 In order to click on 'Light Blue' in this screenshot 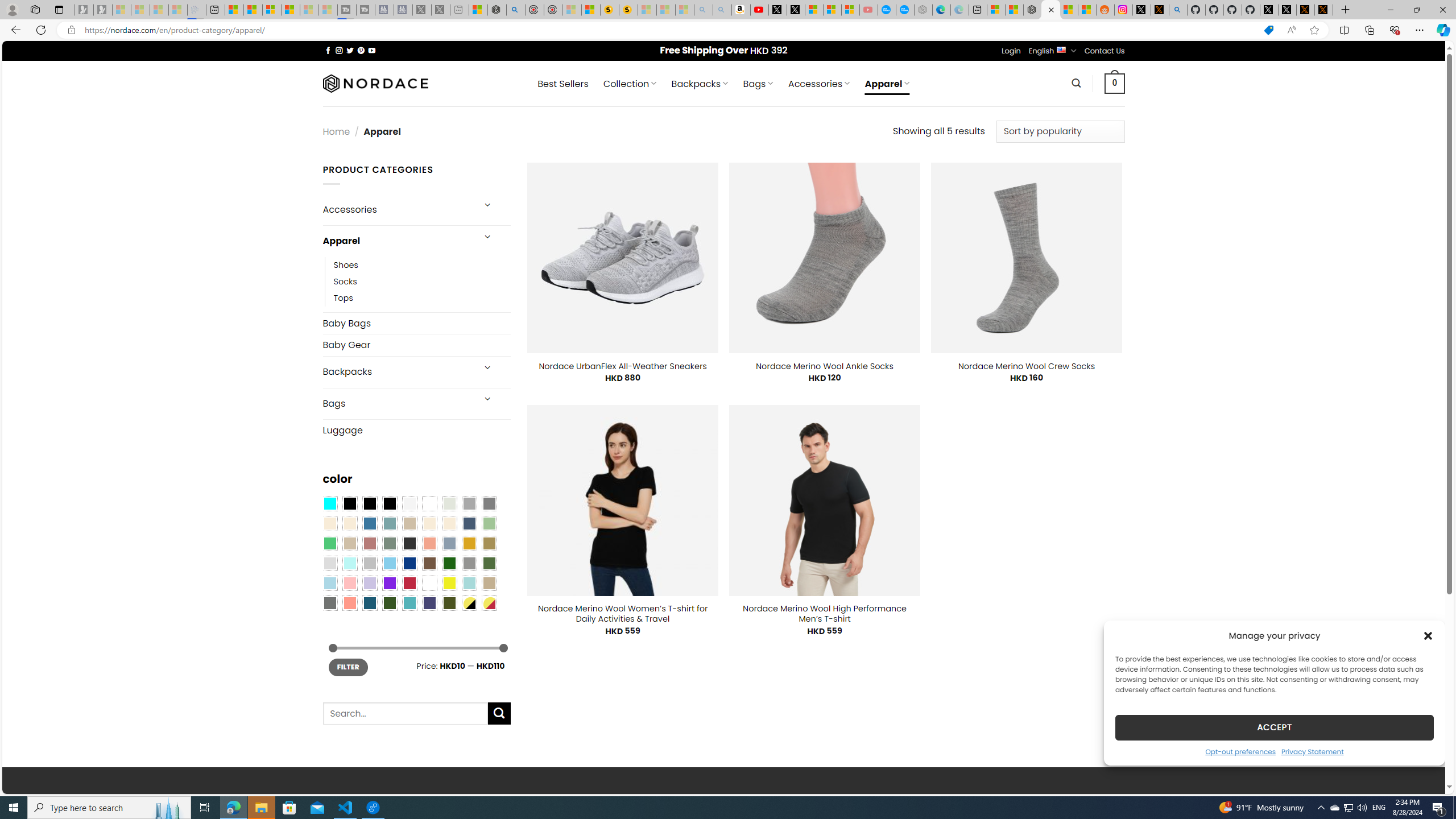, I will do `click(329, 583)`.